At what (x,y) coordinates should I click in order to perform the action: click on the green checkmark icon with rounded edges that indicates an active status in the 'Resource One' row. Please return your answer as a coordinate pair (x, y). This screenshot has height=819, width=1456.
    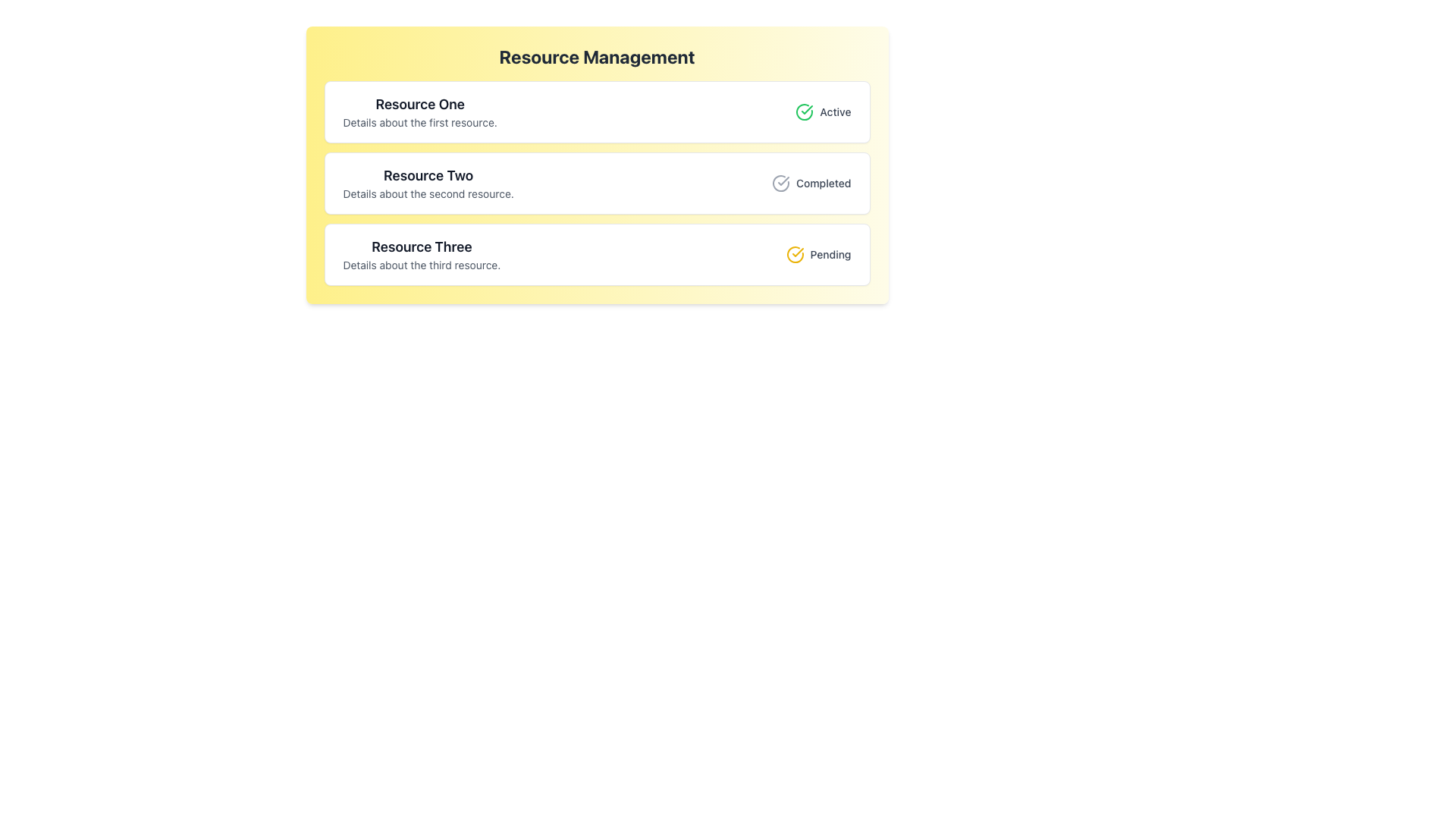
    Looking at the image, I should click on (806, 109).